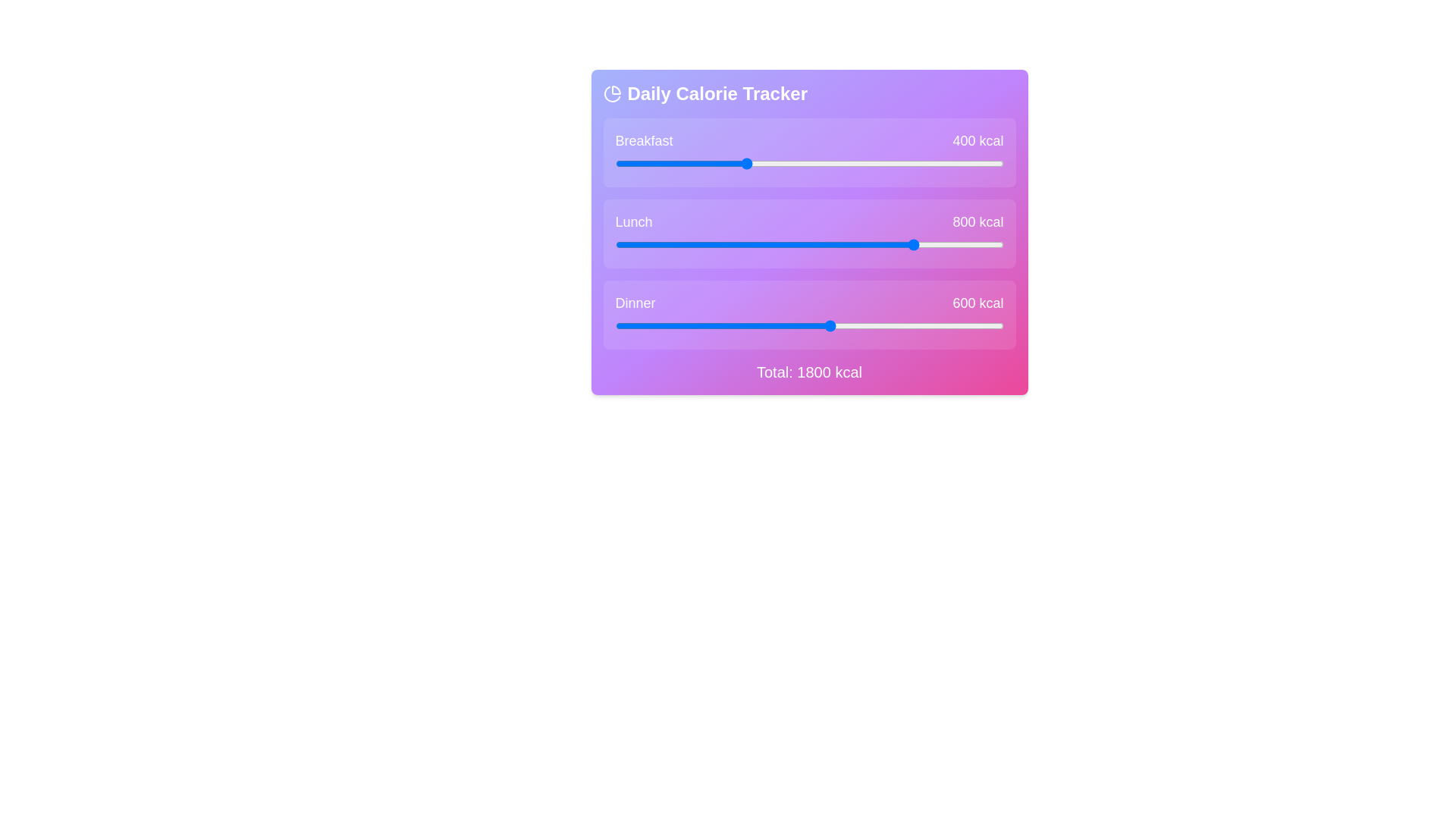  What do you see at coordinates (612, 94) in the screenshot?
I see `the secondary arc element of the pie chart icon located in the top-left corner of the 'Daily Calorie Tracker' interface` at bounding box center [612, 94].